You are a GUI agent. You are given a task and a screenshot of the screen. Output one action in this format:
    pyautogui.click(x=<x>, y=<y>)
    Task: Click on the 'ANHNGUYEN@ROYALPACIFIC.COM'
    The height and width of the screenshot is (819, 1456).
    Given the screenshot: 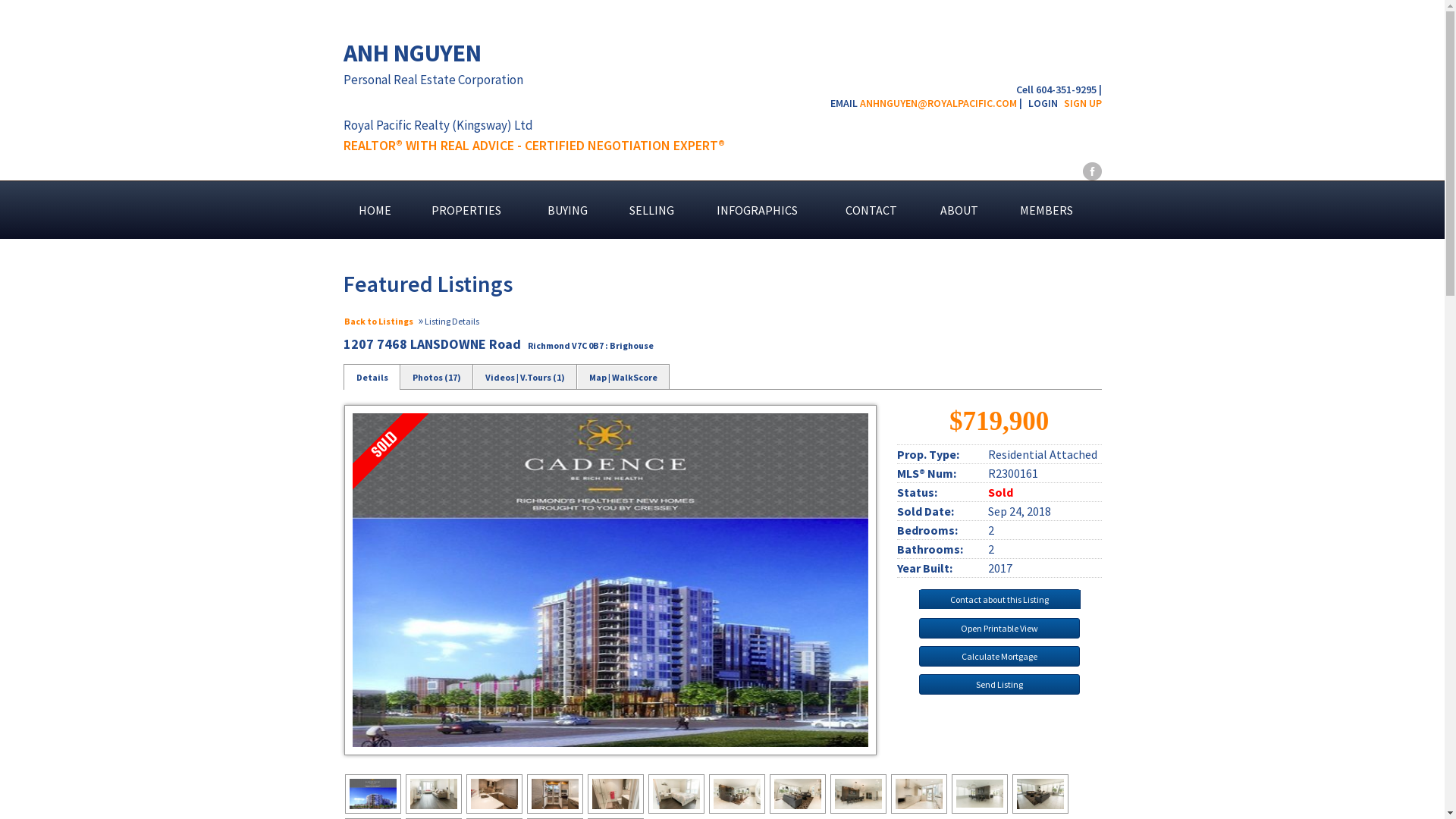 What is the action you would take?
    pyautogui.click(x=937, y=102)
    